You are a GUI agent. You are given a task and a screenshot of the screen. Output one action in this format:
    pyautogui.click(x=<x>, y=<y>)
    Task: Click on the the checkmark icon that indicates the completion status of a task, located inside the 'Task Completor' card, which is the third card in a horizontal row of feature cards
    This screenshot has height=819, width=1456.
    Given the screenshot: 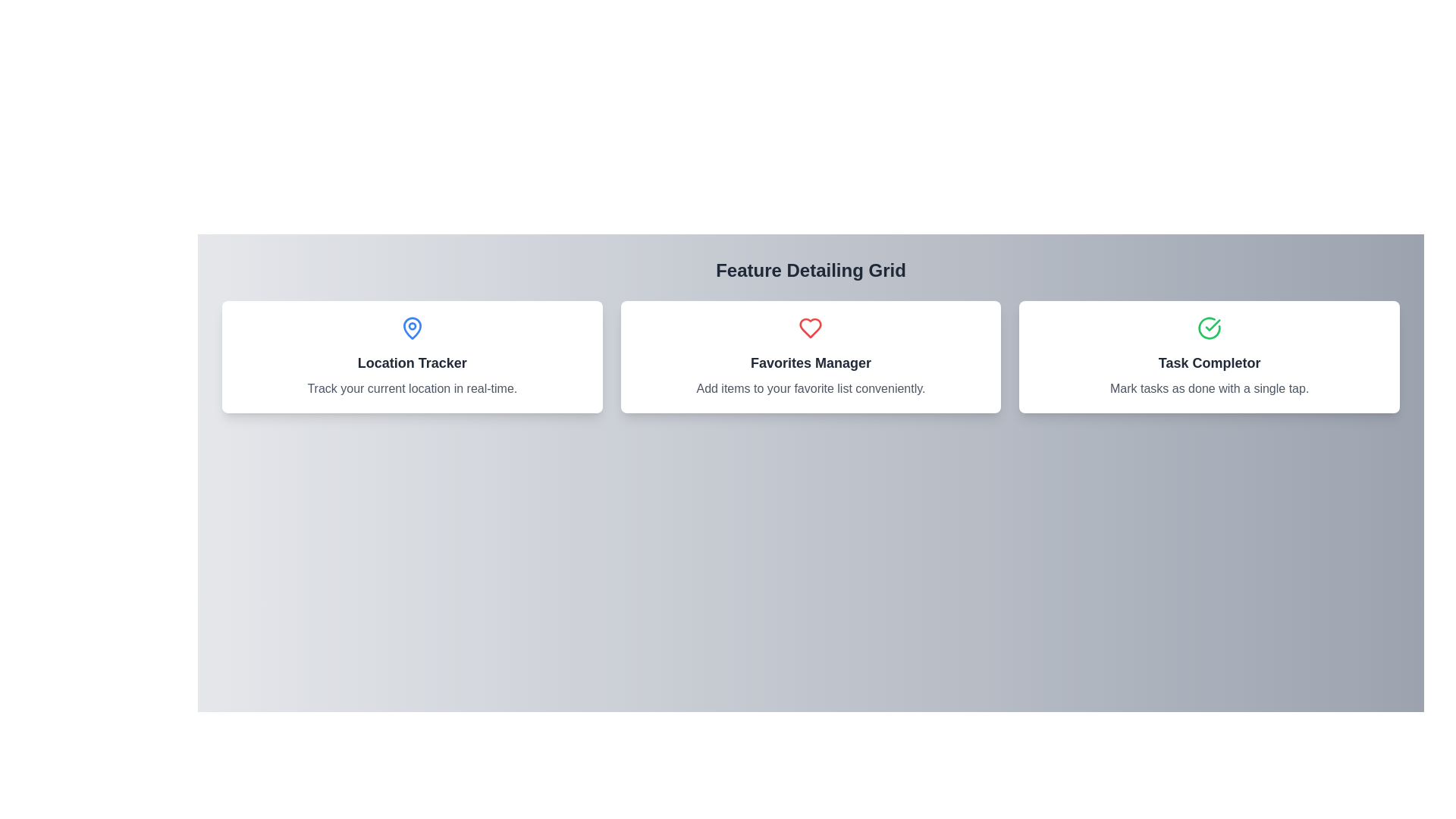 What is the action you would take?
    pyautogui.click(x=1212, y=324)
    